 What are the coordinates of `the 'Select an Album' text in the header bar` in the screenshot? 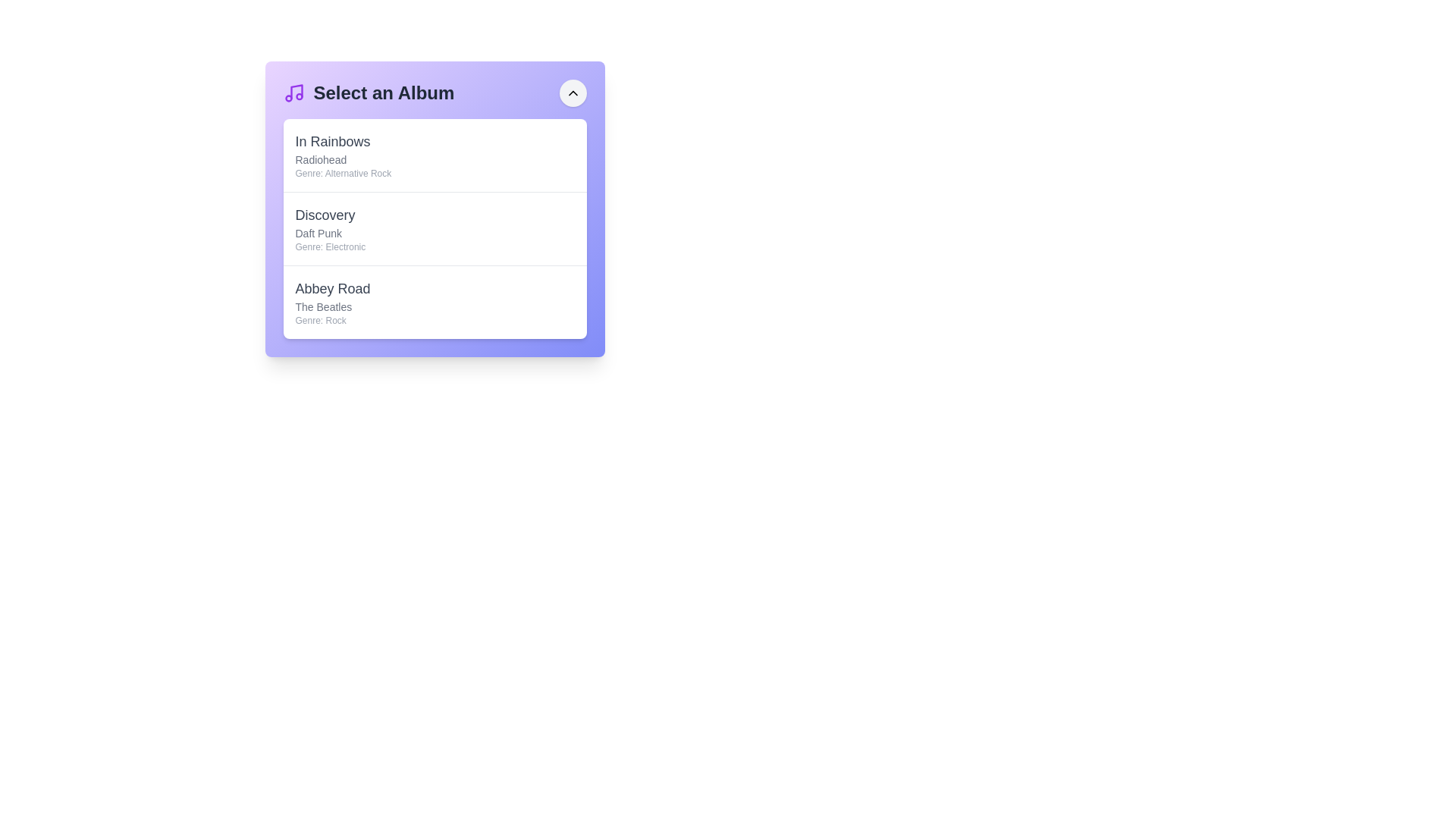 It's located at (434, 93).